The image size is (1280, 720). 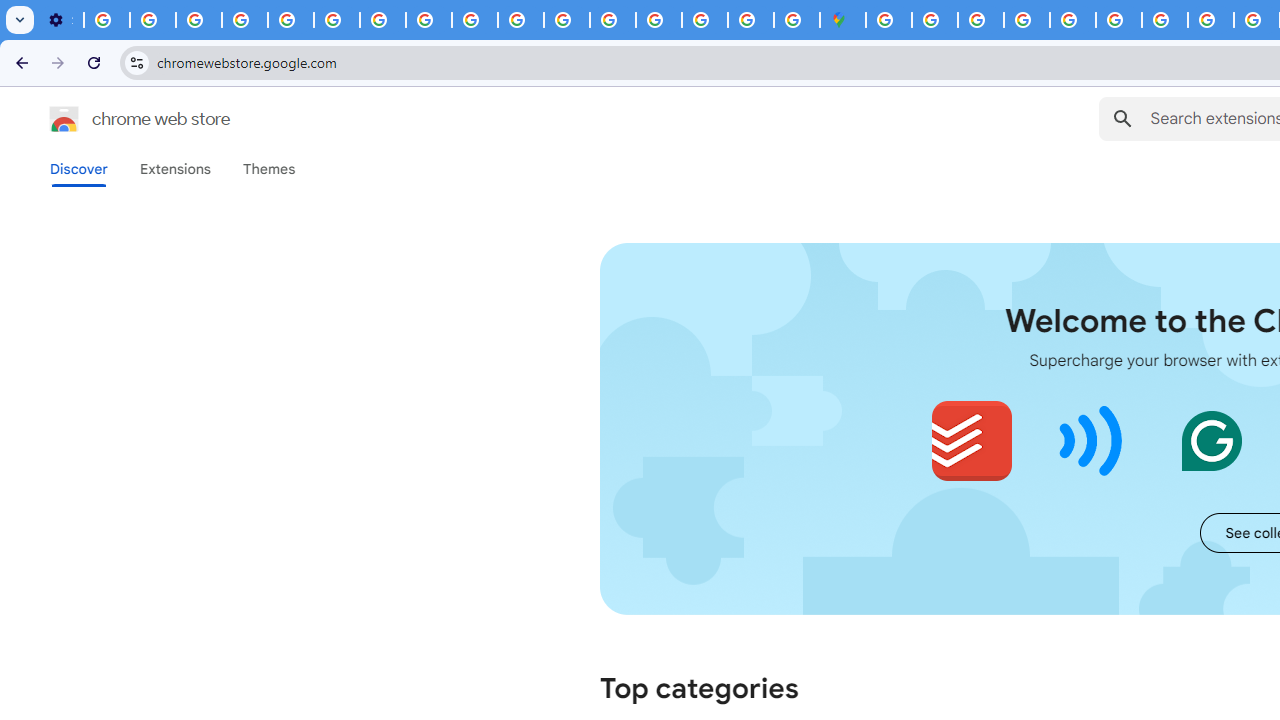 What do you see at coordinates (1210, 440) in the screenshot?
I see `'Grammarly: AI Writing and Grammar Checker App'` at bounding box center [1210, 440].